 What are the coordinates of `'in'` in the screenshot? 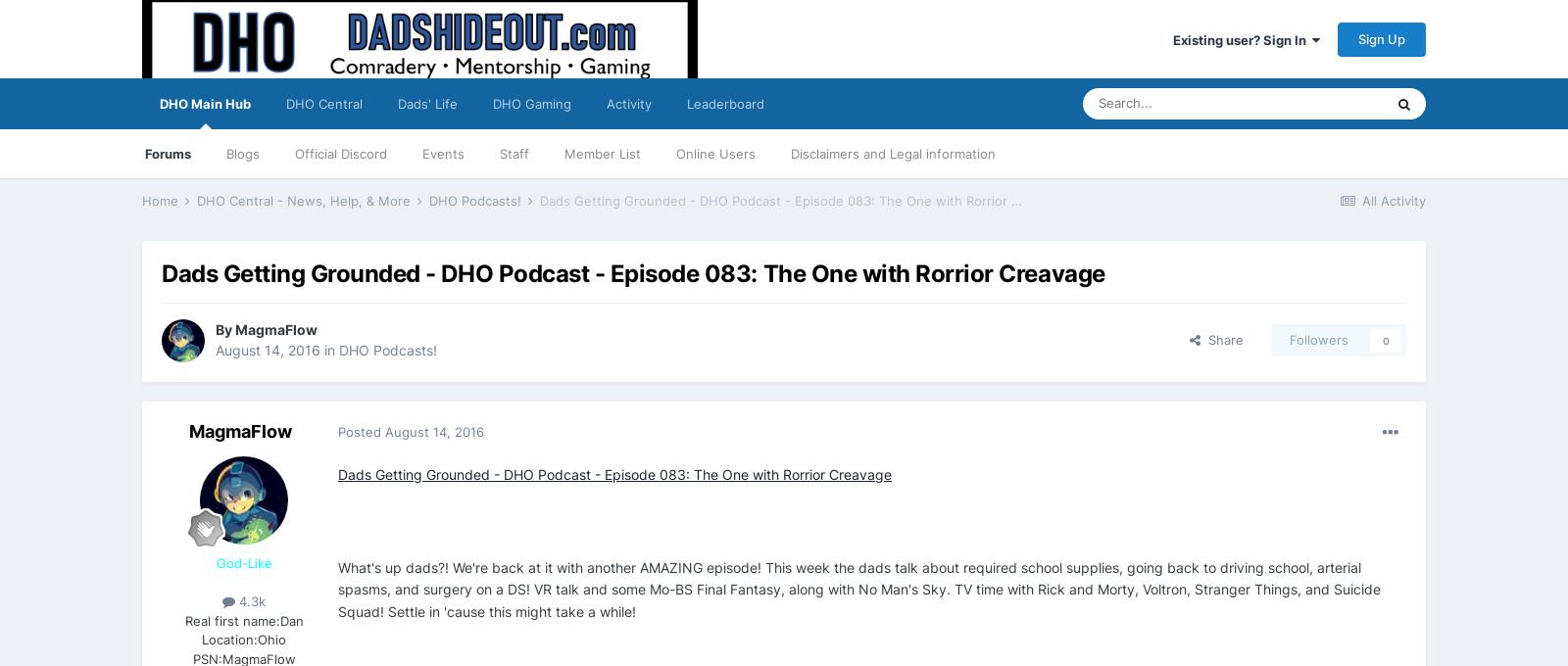 It's located at (329, 349).